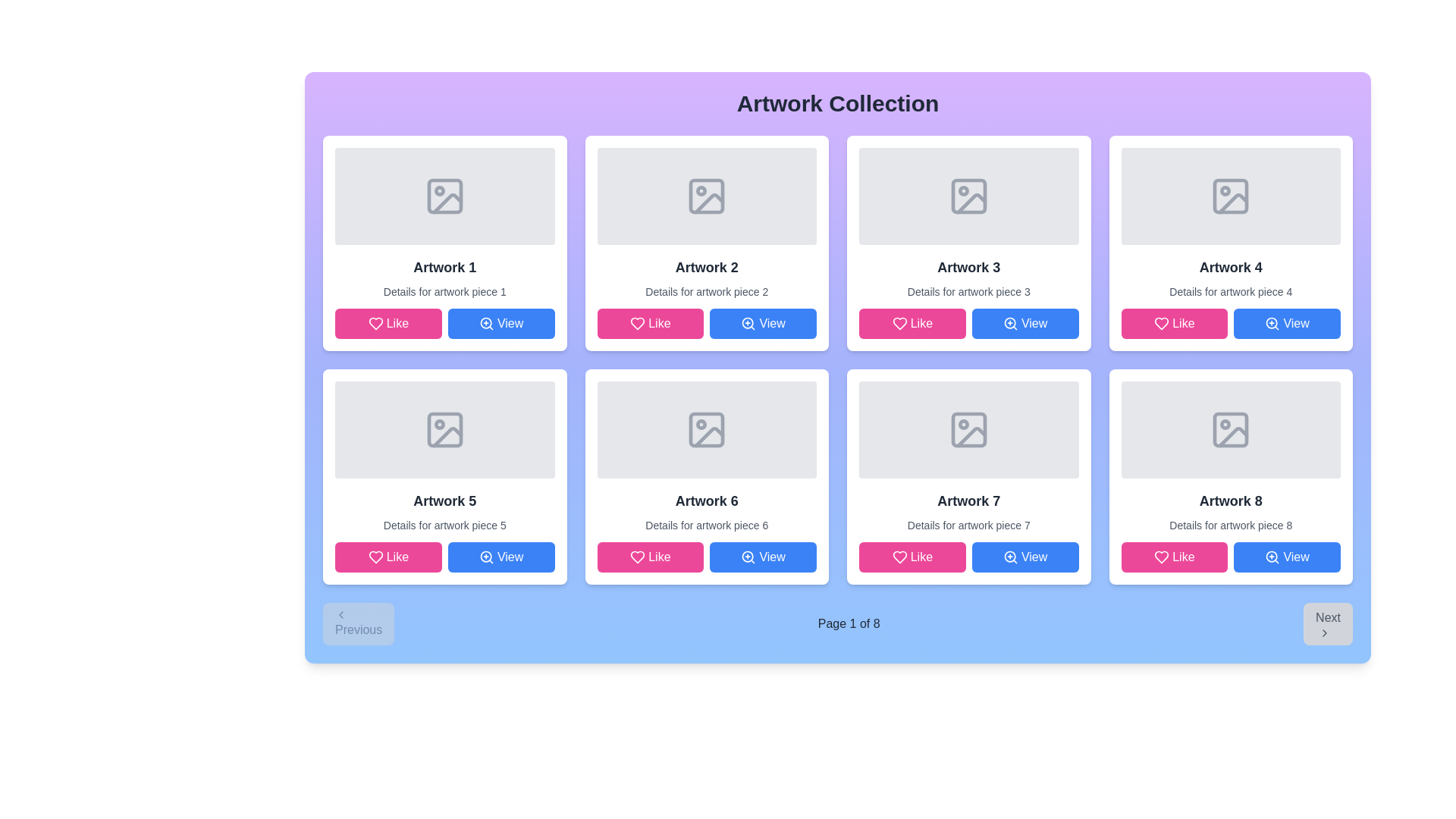 Image resolution: width=1456 pixels, height=819 pixels. Describe the element at coordinates (1272, 557) in the screenshot. I see `the magnifying glass icon with a plus sign inside the 'View' button for 'Artwork 8'` at that location.